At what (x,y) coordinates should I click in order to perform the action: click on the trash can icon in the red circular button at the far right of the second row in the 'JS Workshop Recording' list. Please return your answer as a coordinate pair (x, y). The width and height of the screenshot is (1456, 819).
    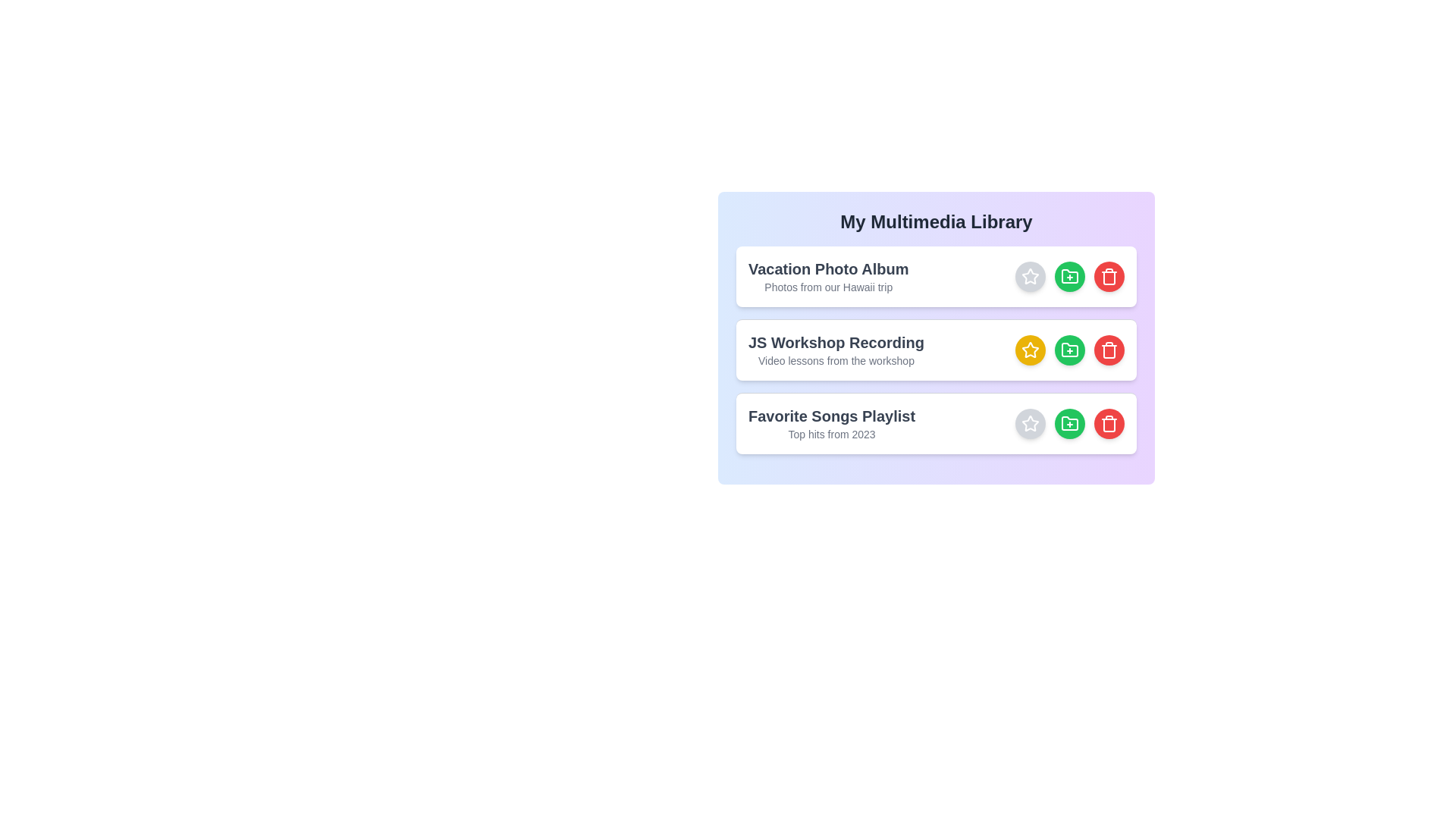
    Looking at the image, I should click on (1109, 277).